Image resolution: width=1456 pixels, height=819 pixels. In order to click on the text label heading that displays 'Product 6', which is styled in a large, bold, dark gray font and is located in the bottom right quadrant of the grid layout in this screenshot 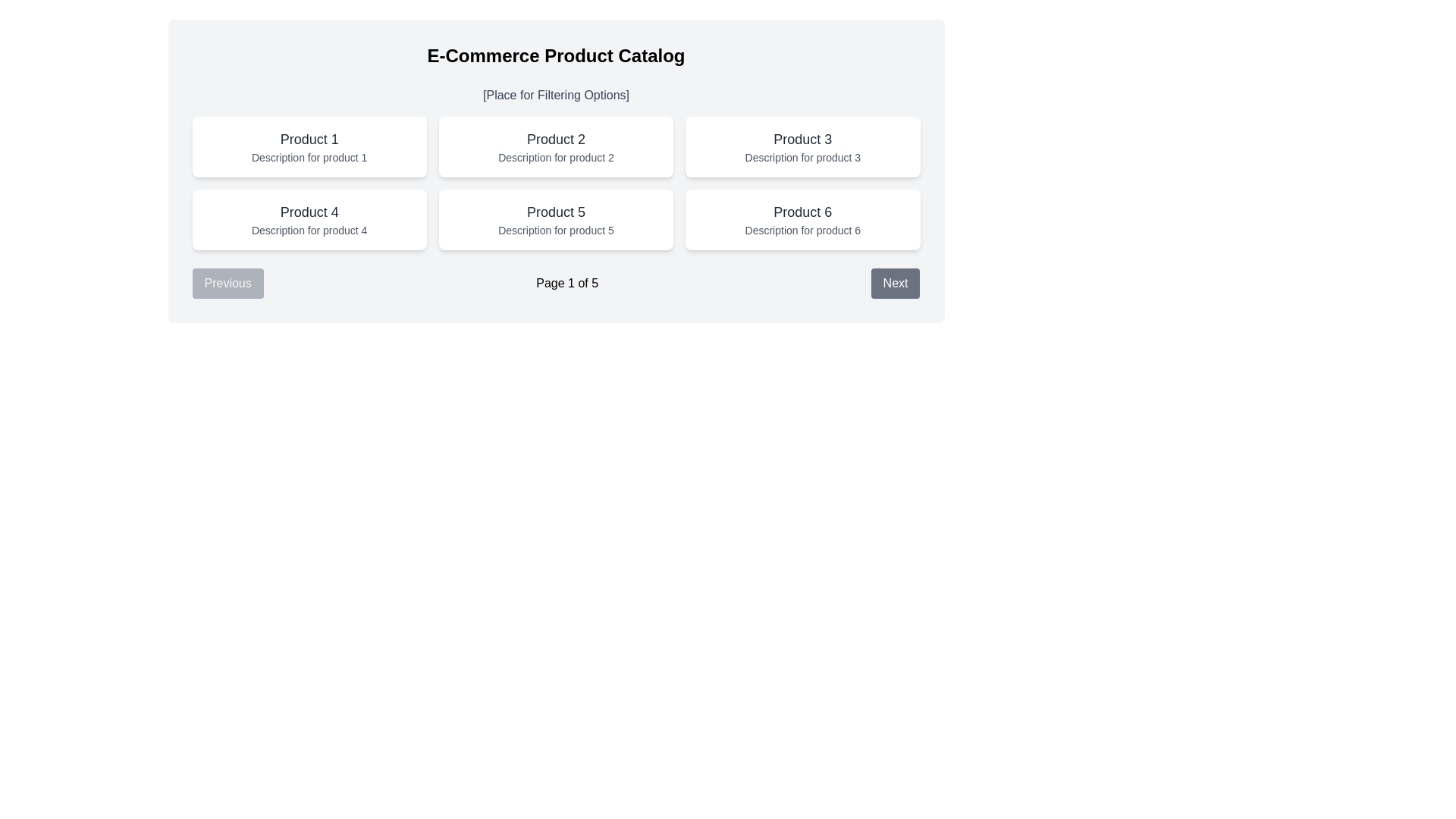, I will do `click(802, 212)`.